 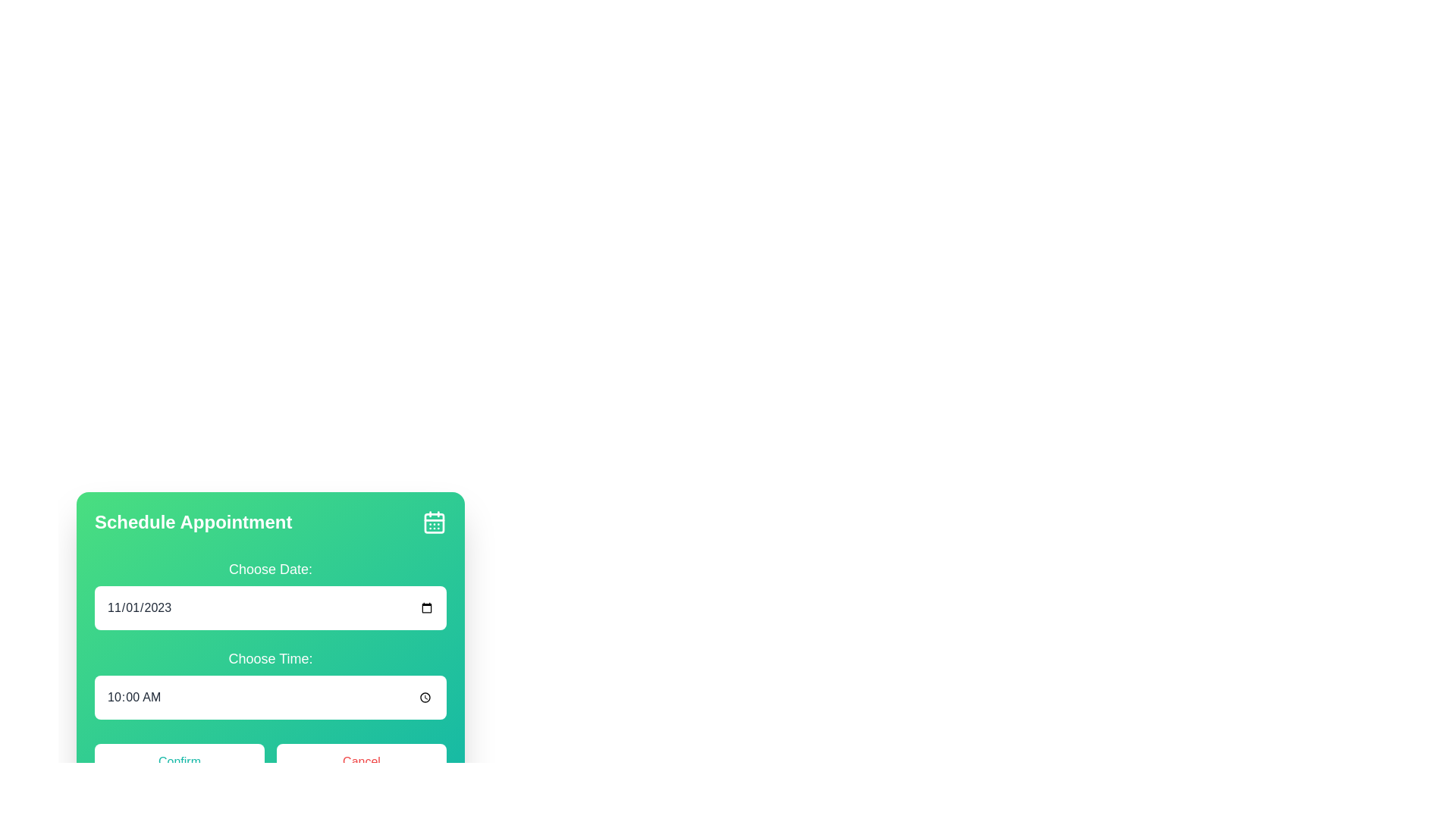 I want to click on the Header or Title Bar with a green gradient background containing the text 'Schedule Appointment' and a calendar icon on the right, so click(x=270, y=522).